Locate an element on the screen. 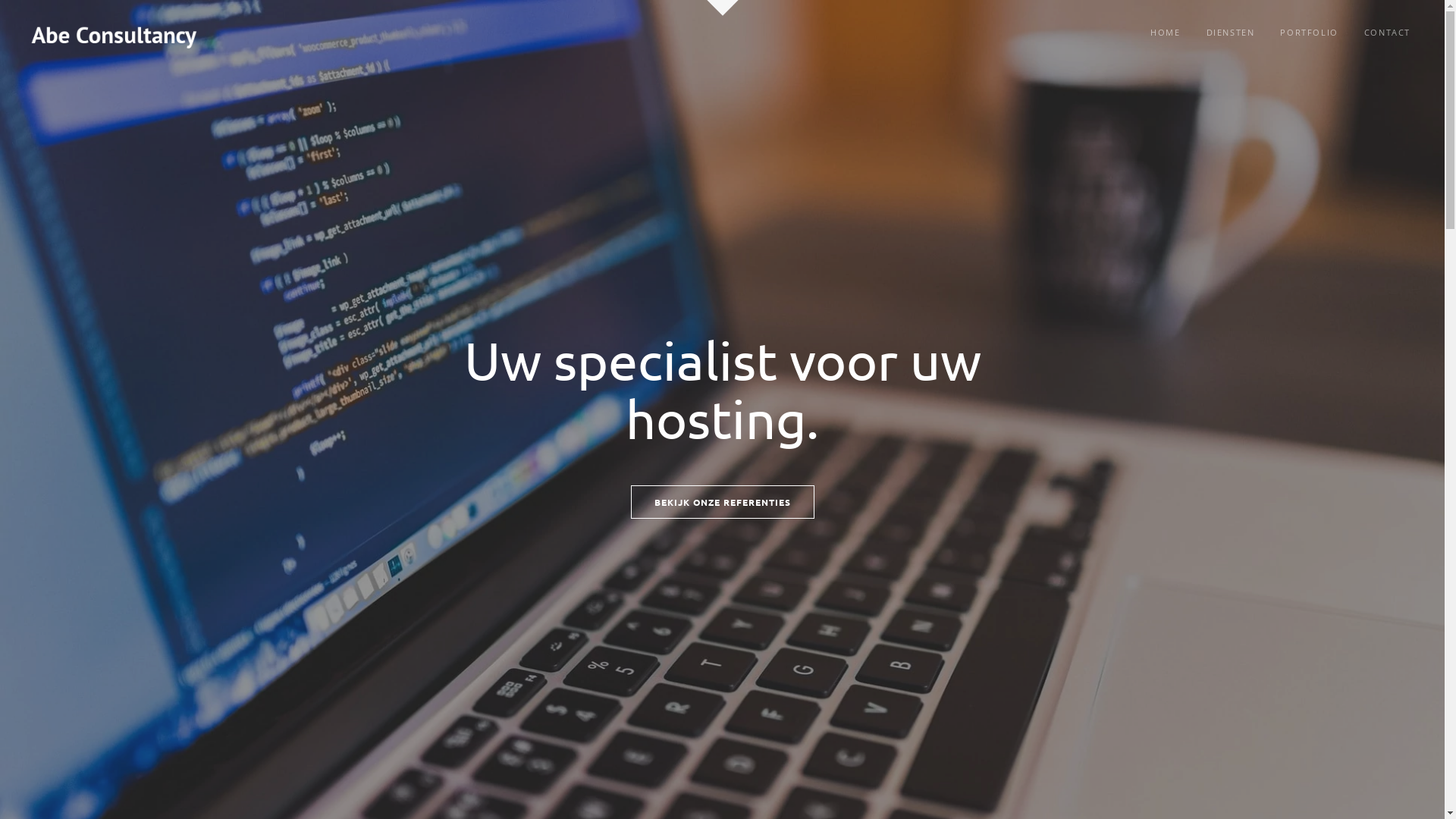  'CONTACT' is located at coordinates (1387, 32).